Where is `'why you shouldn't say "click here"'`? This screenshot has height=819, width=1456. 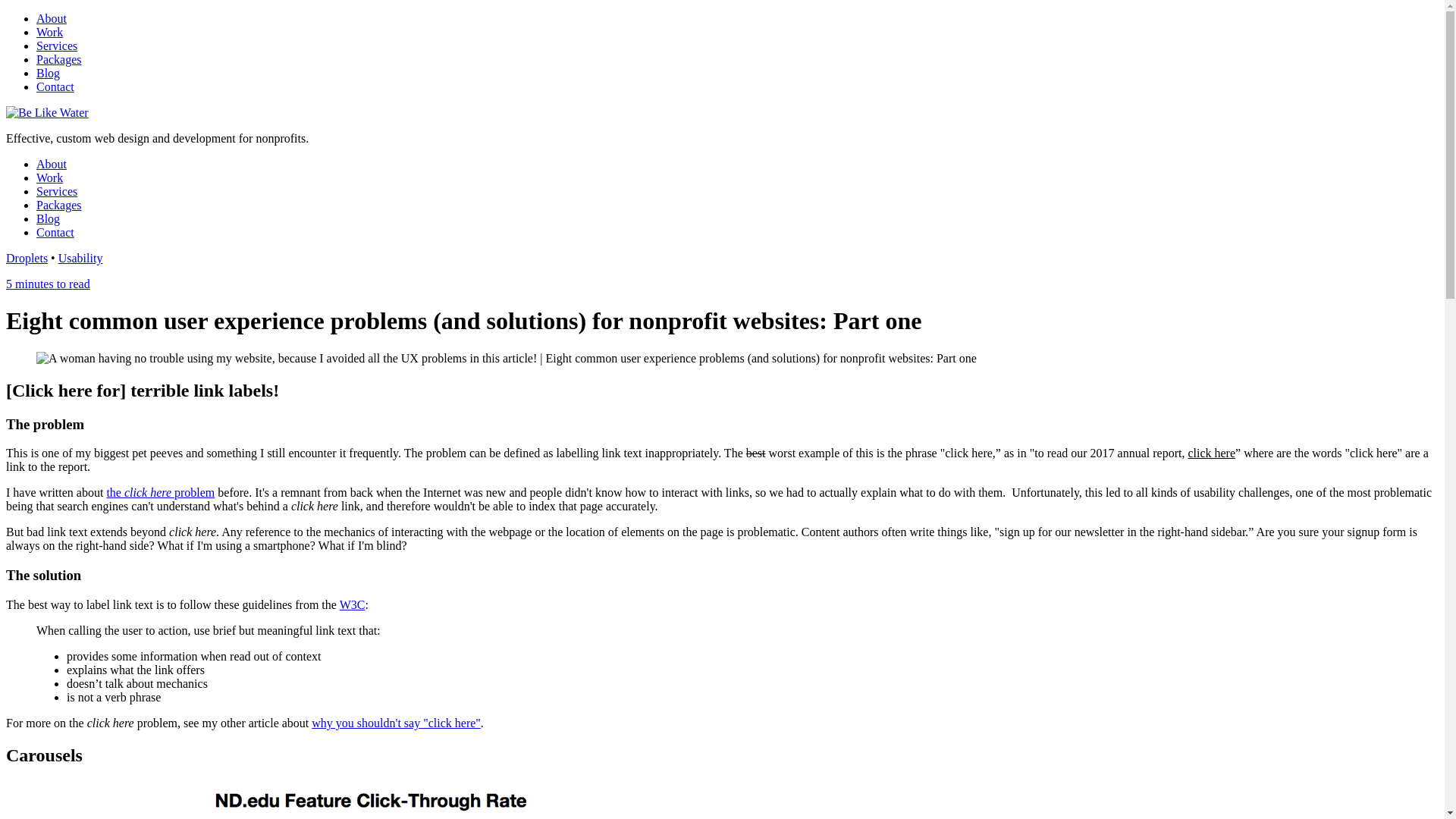
'why you shouldn't say "click here"' is located at coordinates (396, 722).